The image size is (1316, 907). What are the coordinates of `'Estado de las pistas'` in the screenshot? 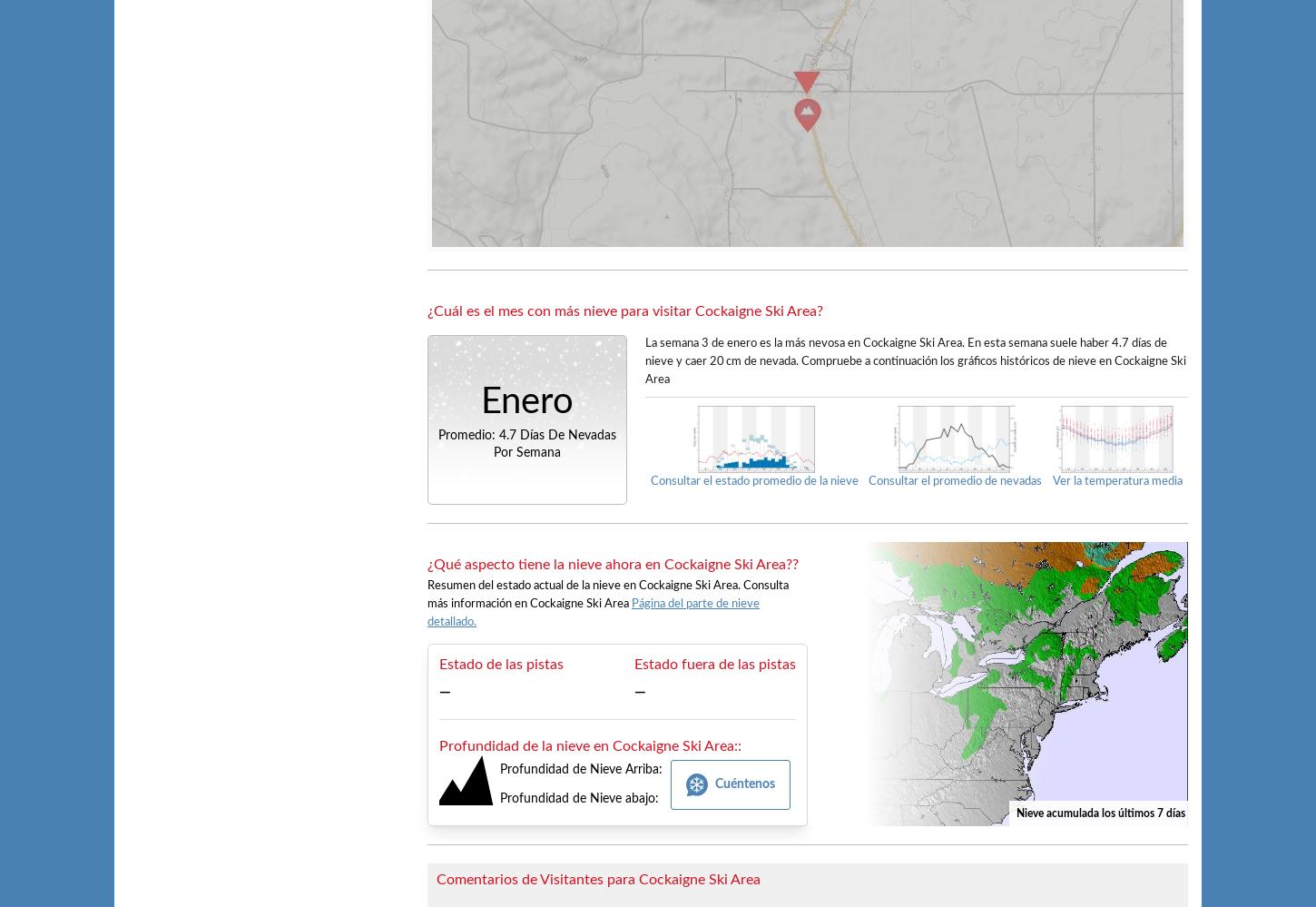 It's located at (439, 662).